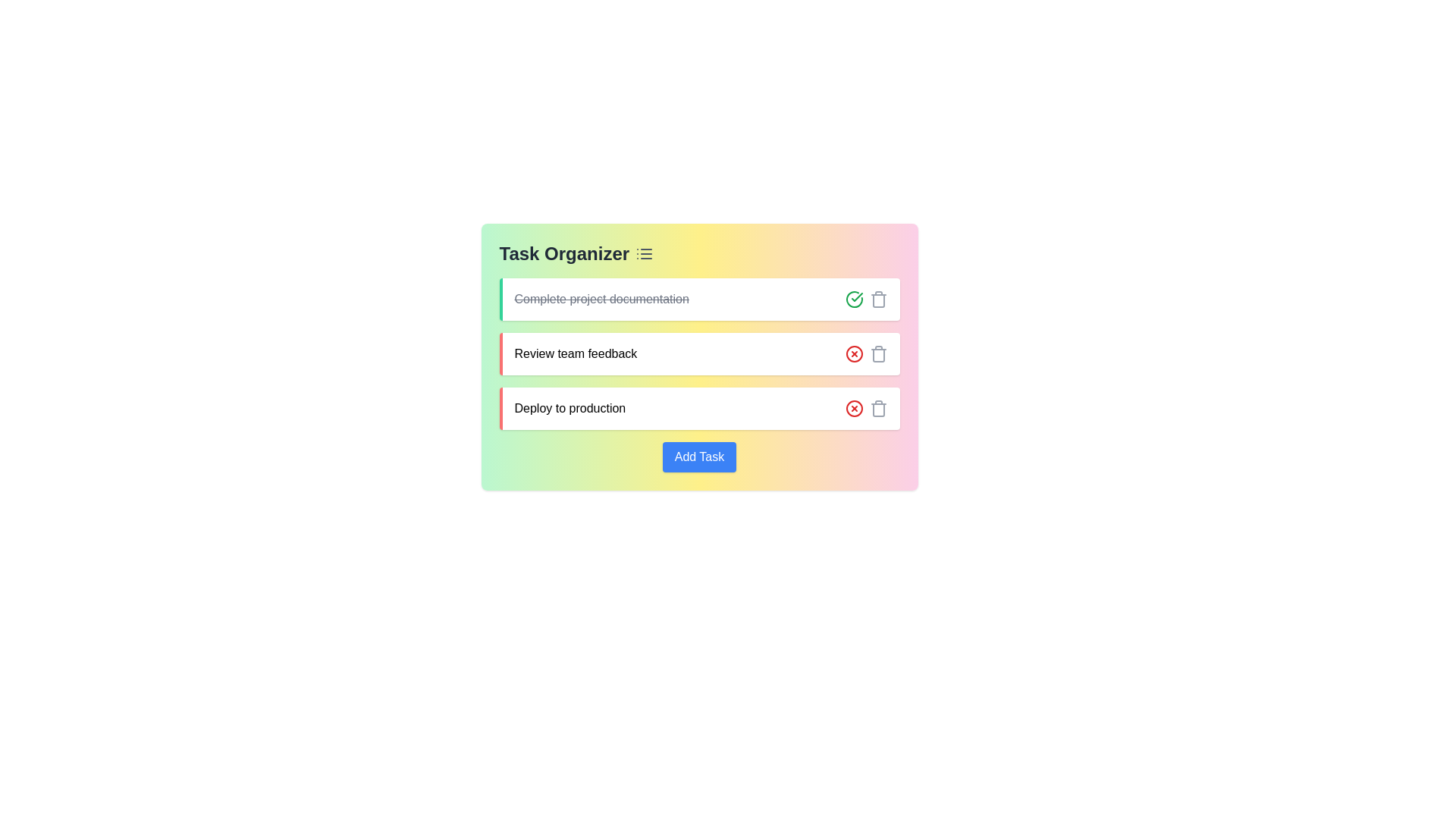  What do you see at coordinates (645, 253) in the screenshot?
I see `the small gray icon resembling a list, located to the right of the 'Task Organizer' text in the header` at bounding box center [645, 253].